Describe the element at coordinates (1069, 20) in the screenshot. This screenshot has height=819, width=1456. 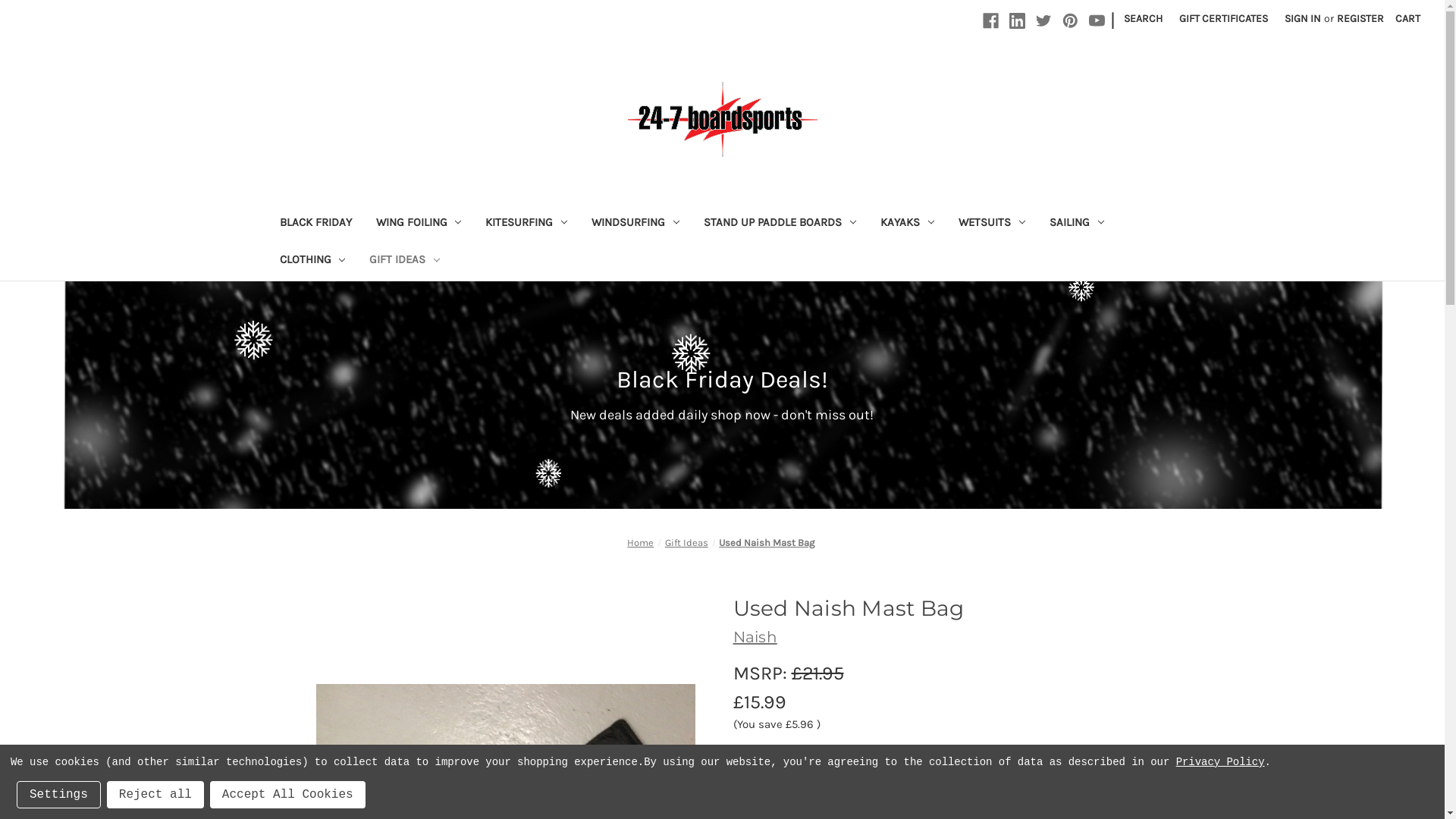
I see `'Pinterest'` at that location.